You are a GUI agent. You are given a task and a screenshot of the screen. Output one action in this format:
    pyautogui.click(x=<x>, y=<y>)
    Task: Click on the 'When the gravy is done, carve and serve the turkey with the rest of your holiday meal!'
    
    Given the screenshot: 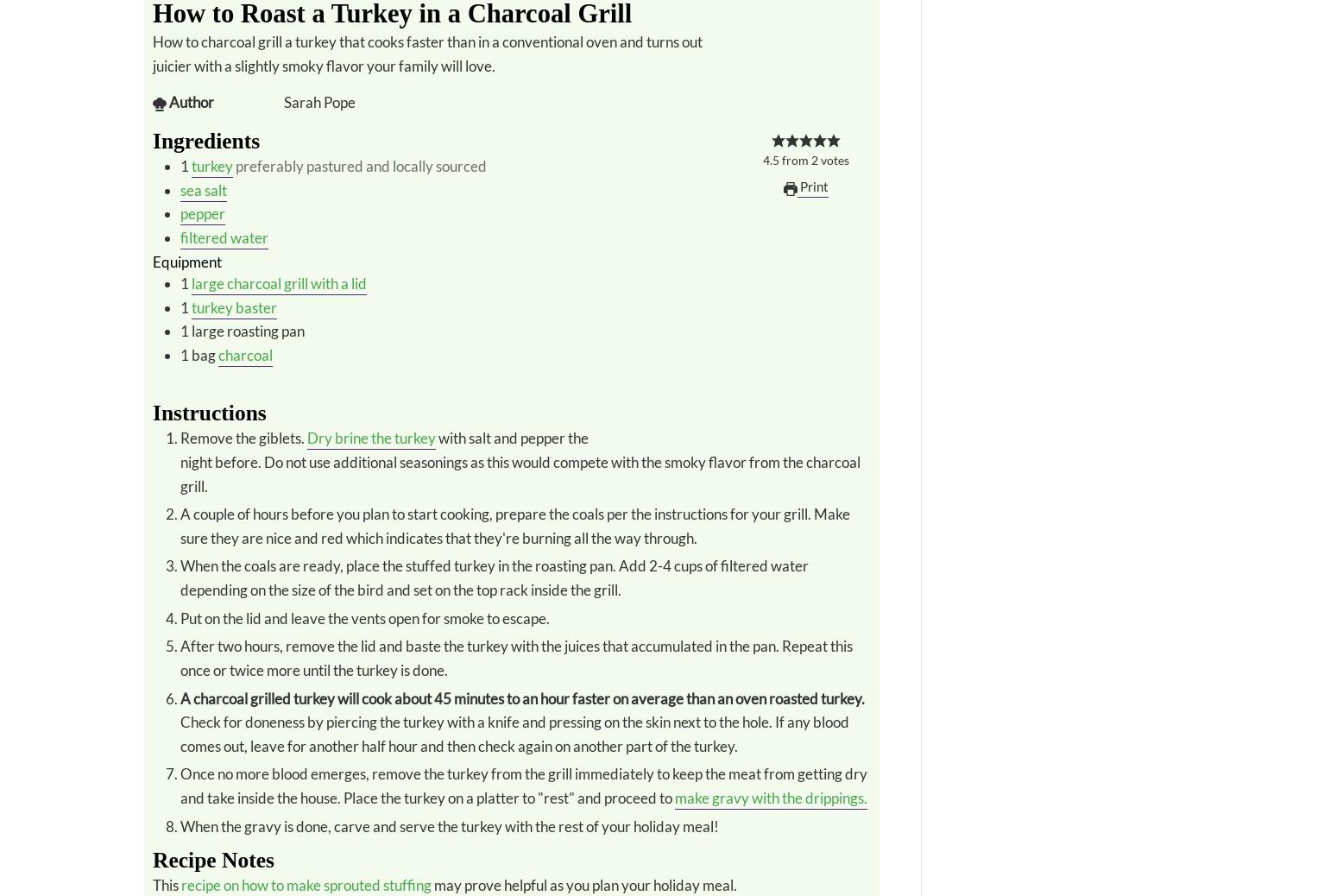 What is the action you would take?
    pyautogui.click(x=449, y=825)
    